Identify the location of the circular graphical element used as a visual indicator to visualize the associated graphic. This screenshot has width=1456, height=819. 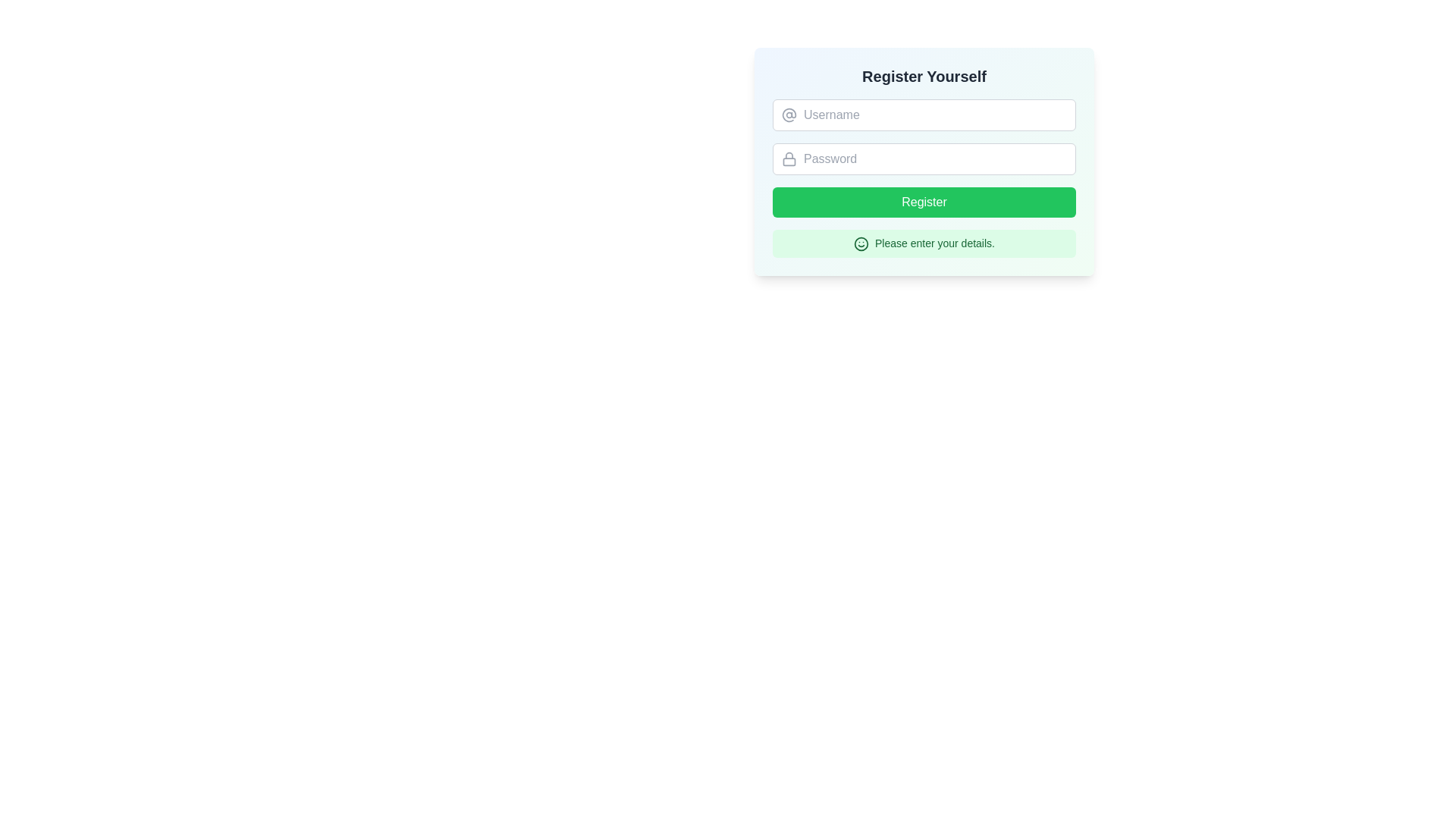
(861, 243).